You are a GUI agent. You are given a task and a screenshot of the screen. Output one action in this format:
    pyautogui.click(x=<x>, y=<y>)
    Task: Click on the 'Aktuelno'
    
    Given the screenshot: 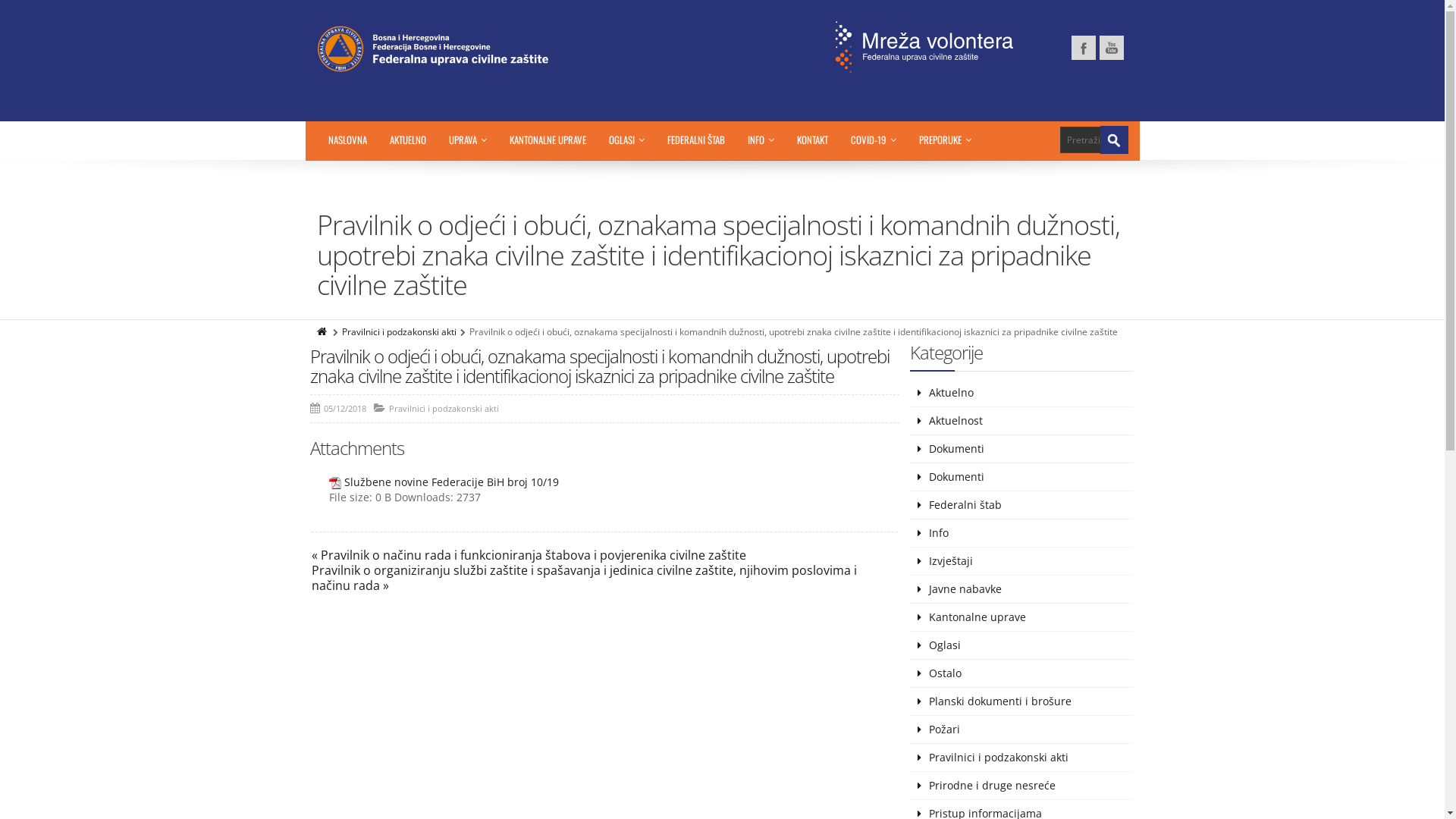 What is the action you would take?
    pyautogui.click(x=1021, y=392)
    